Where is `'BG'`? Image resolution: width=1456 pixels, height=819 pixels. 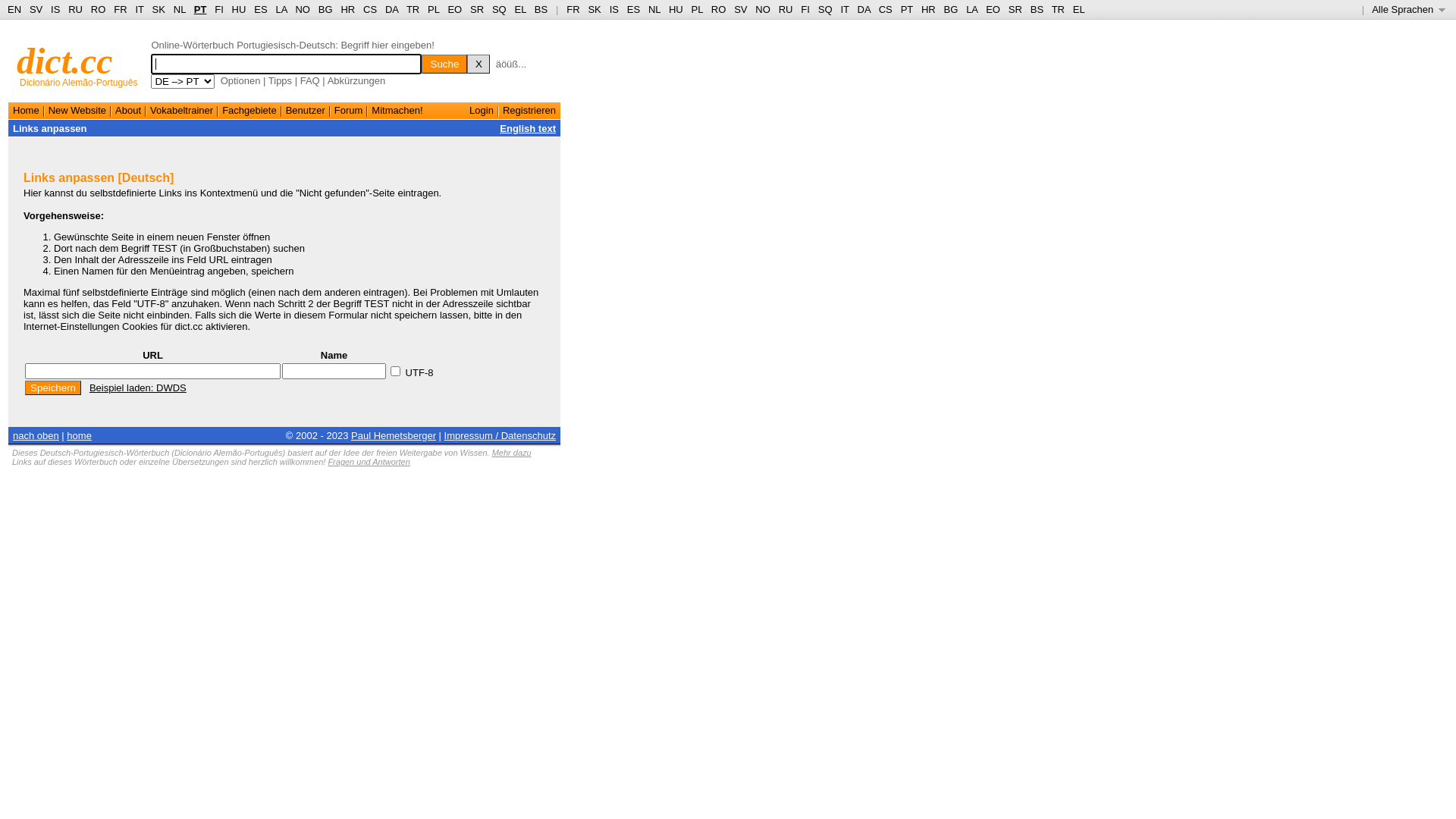 'BG' is located at coordinates (949, 9).